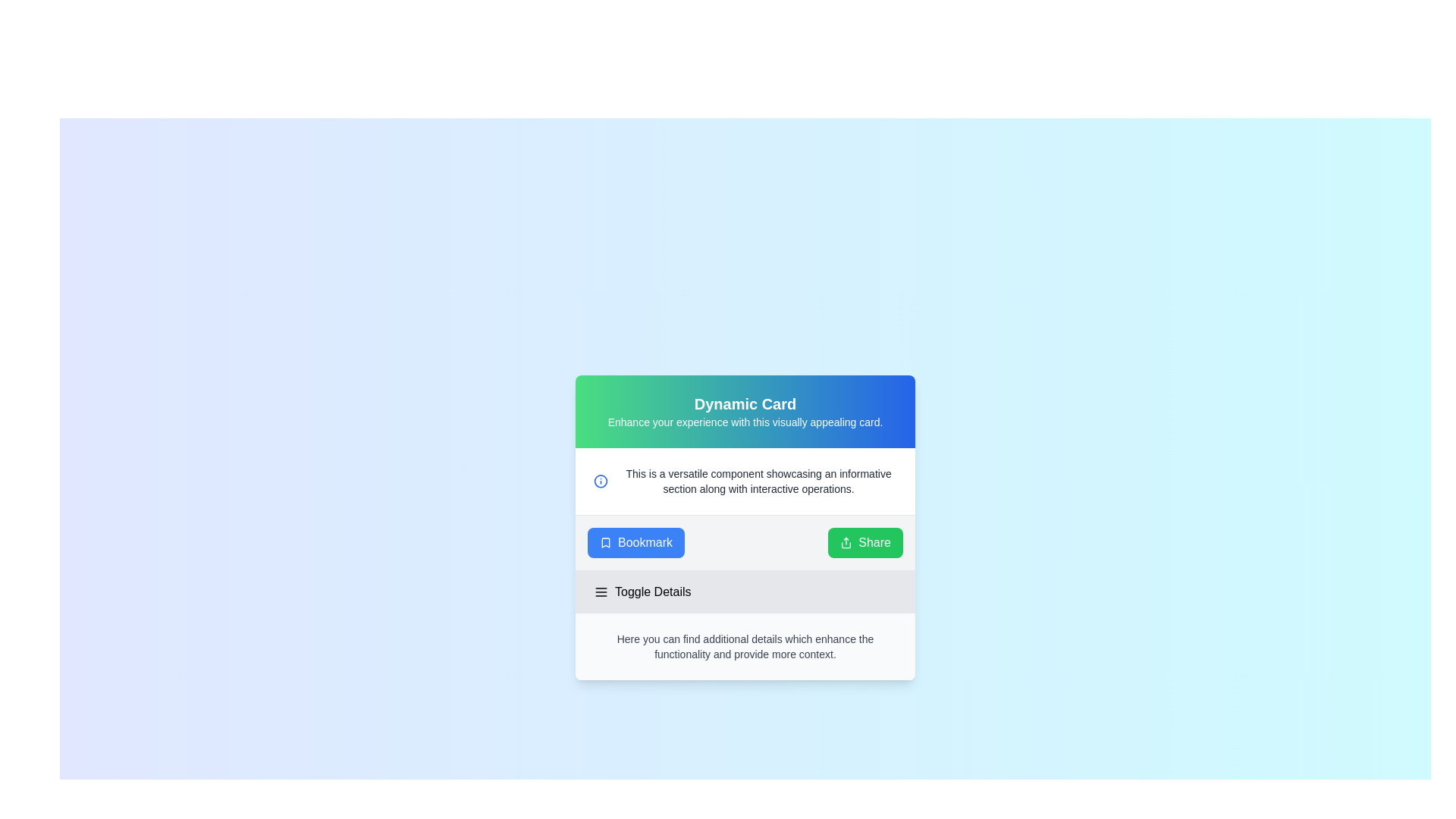 The height and width of the screenshot is (819, 1456). Describe the element at coordinates (604, 542) in the screenshot. I see `the SVG icon depicting a bookmark shape, which is part of the 'Bookmark' button located on the left side of the button` at that location.